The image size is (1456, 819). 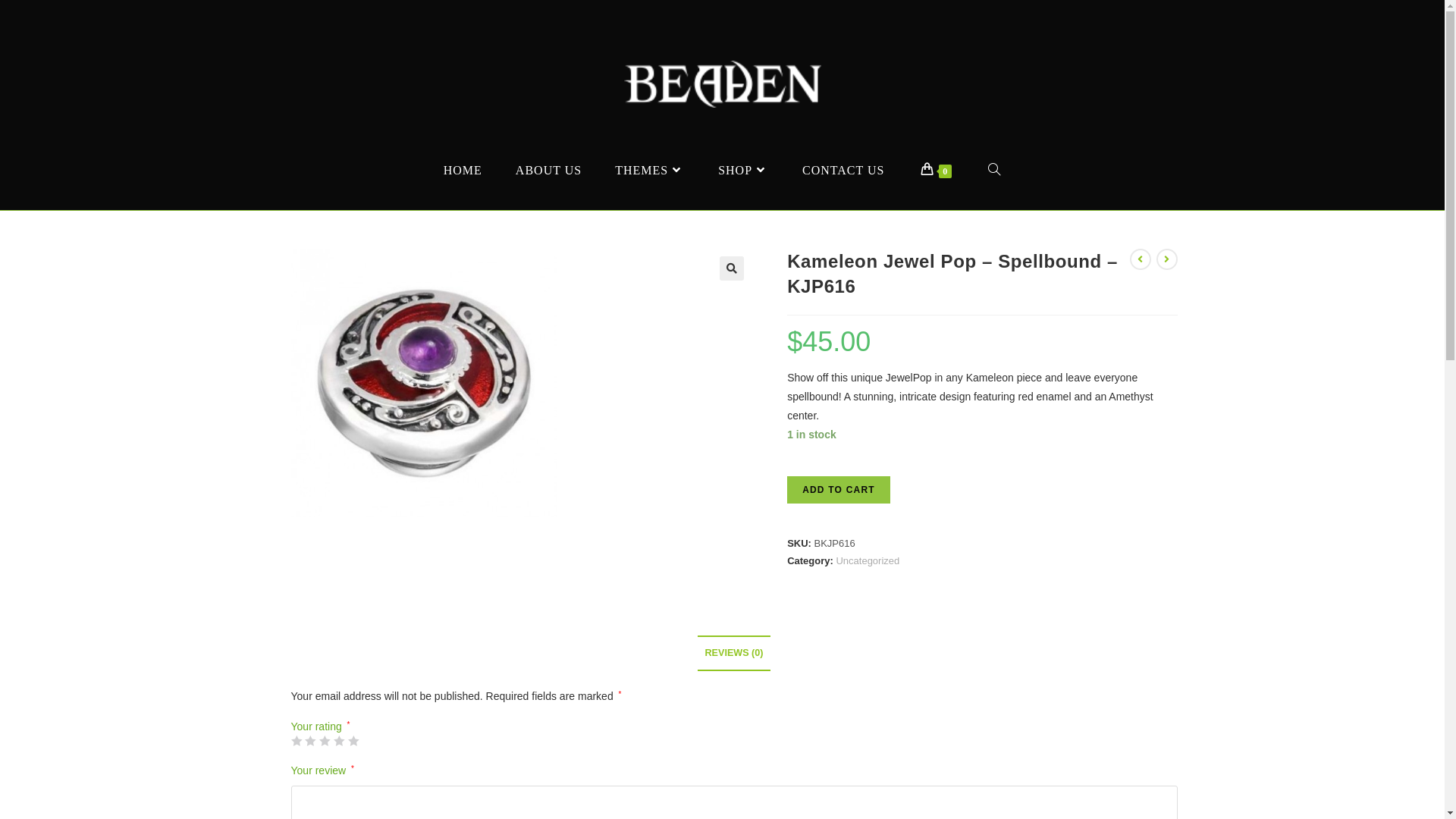 I want to click on '2', so click(x=309, y=739).